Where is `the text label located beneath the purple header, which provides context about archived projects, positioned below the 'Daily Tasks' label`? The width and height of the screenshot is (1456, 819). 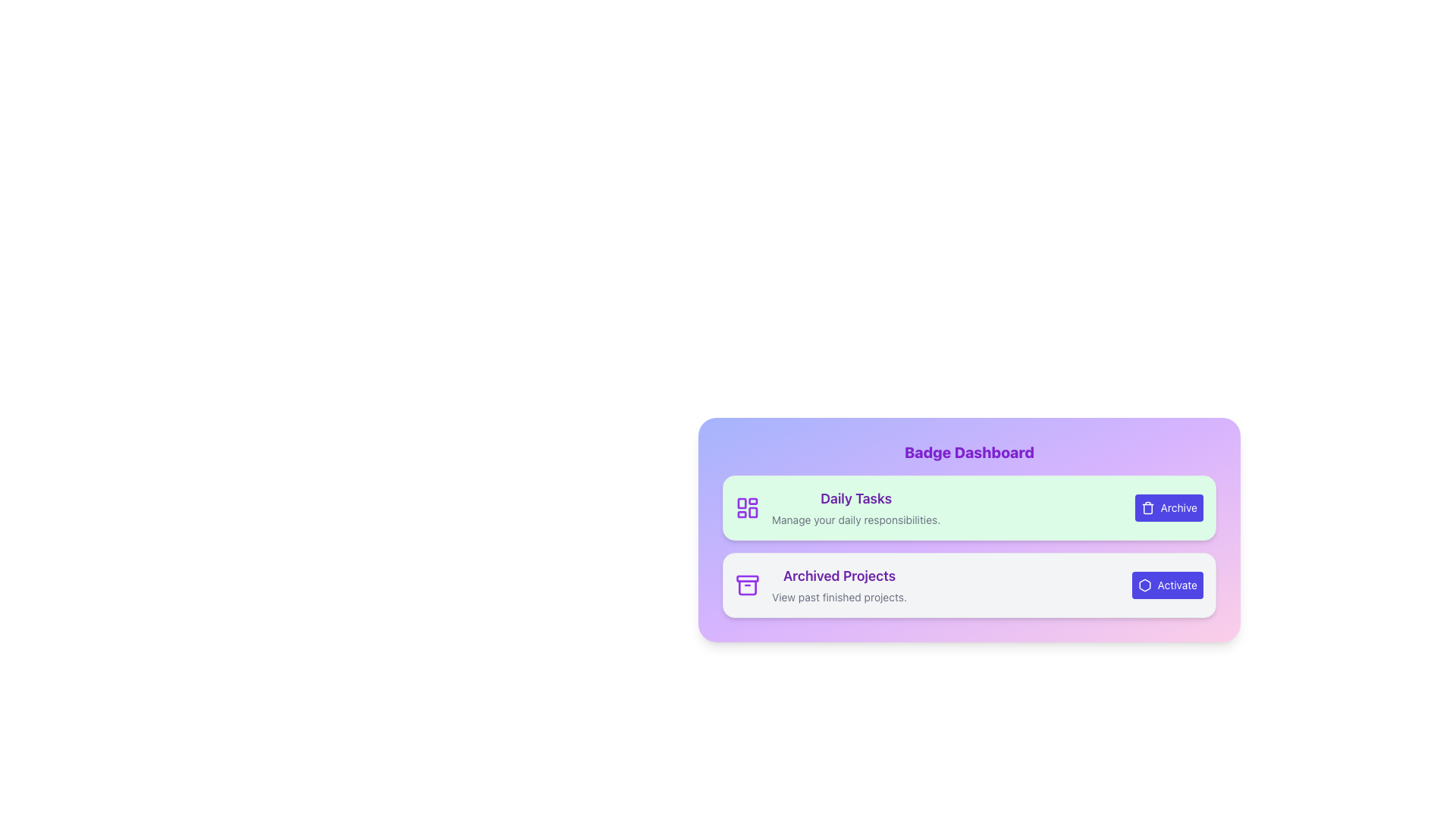
the text label located beneath the purple header, which provides context about archived projects, positioned below the 'Daily Tasks' label is located at coordinates (839, 584).